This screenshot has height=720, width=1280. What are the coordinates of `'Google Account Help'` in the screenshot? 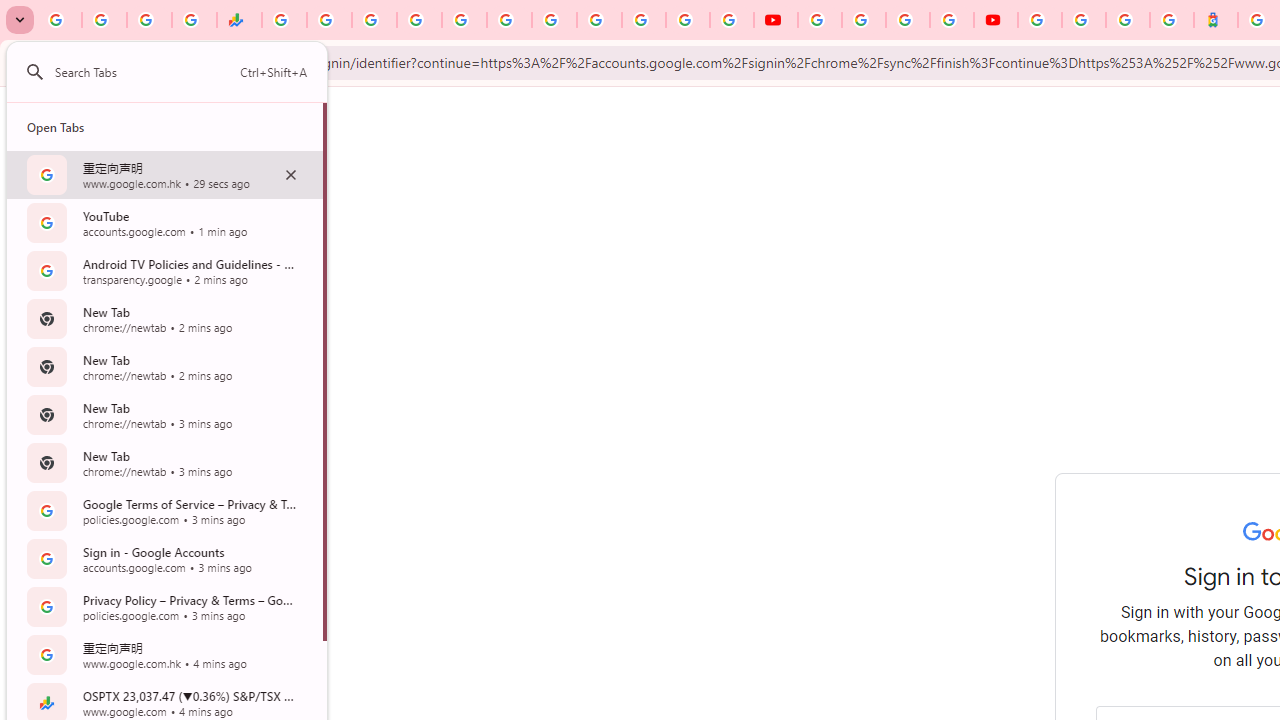 It's located at (864, 20).